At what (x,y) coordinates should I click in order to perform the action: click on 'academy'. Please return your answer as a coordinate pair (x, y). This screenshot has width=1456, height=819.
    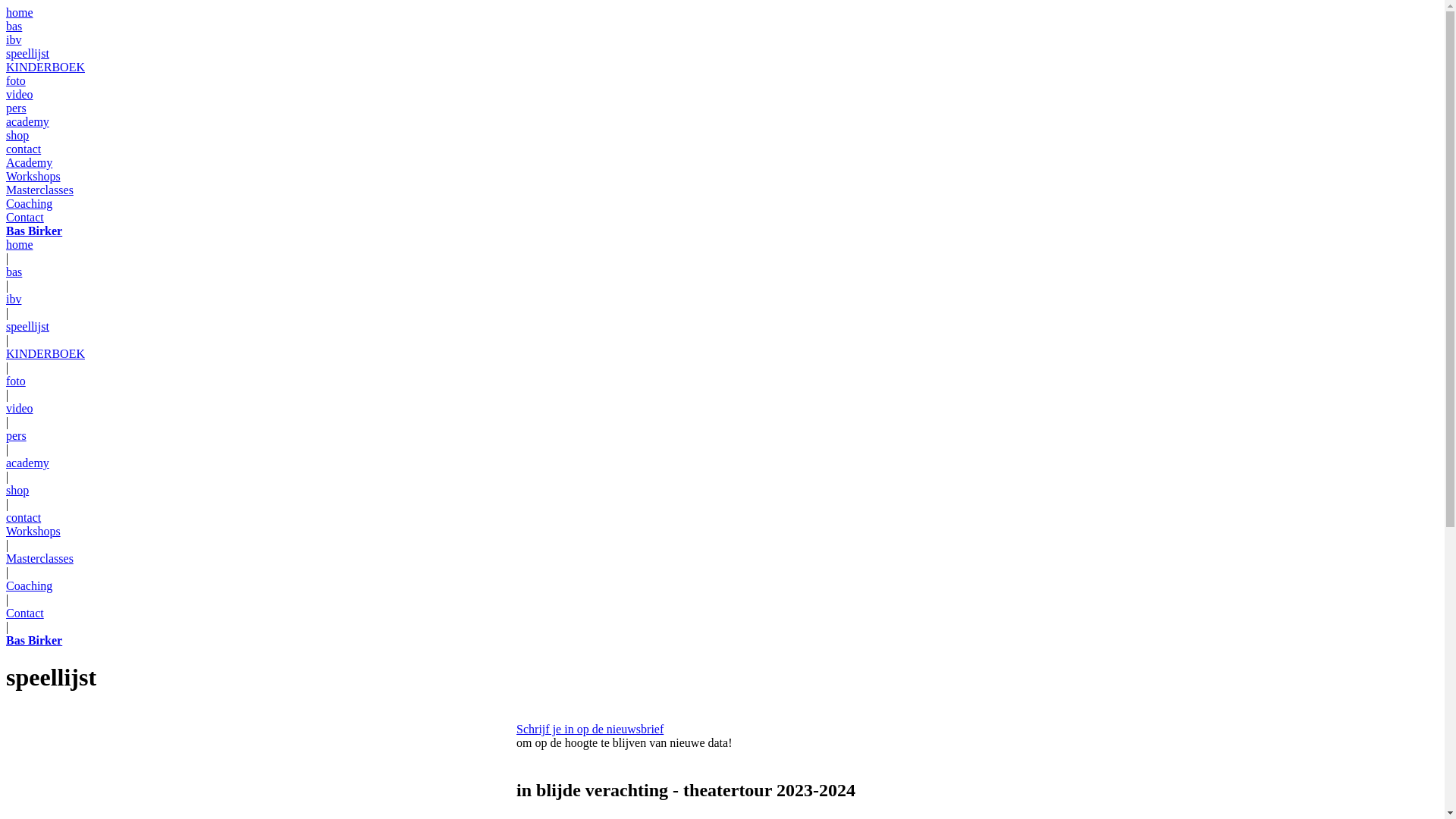
    Looking at the image, I should click on (27, 121).